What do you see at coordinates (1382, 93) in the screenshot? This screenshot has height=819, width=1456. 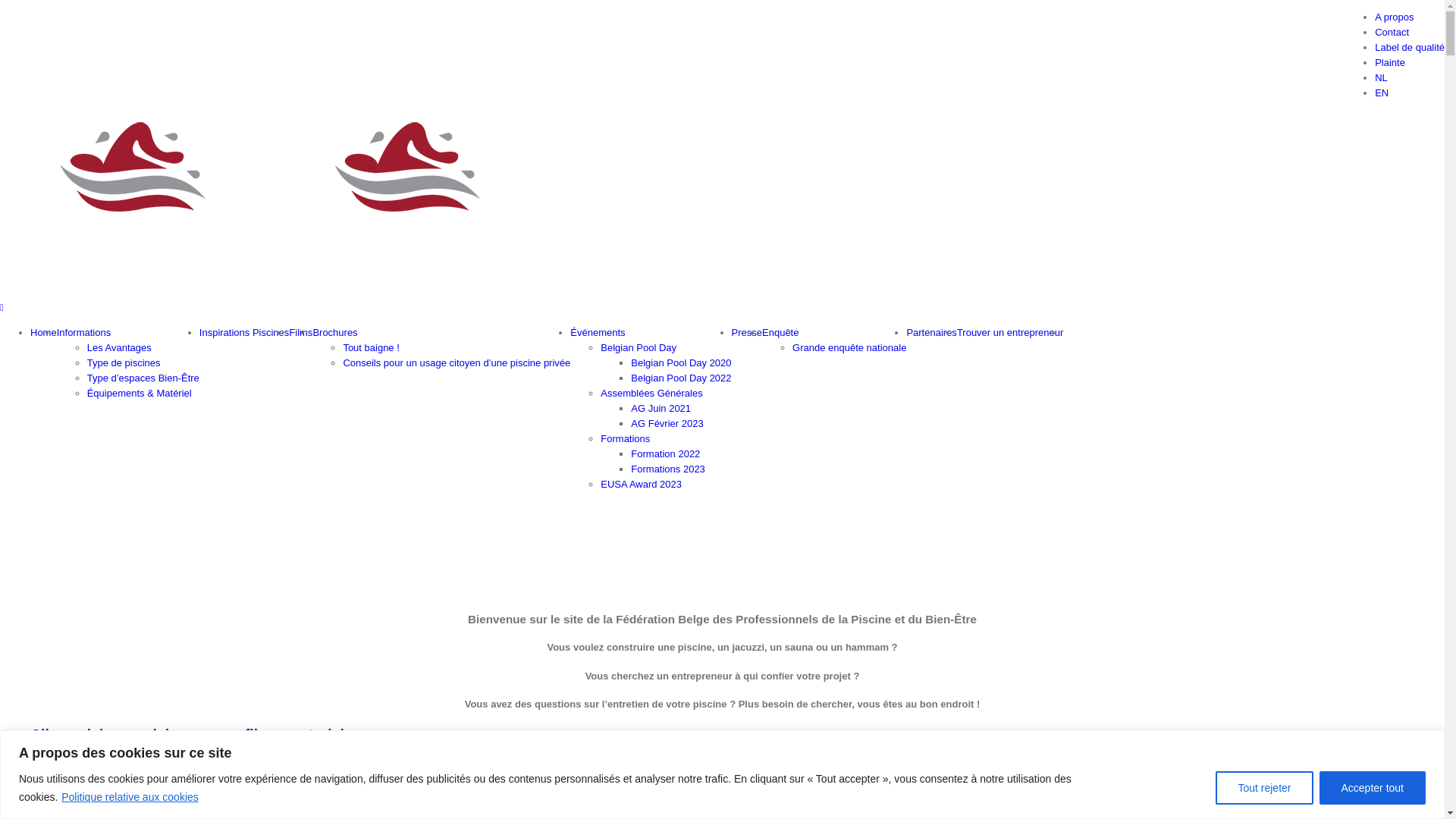 I see `'EN'` at bounding box center [1382, 93].